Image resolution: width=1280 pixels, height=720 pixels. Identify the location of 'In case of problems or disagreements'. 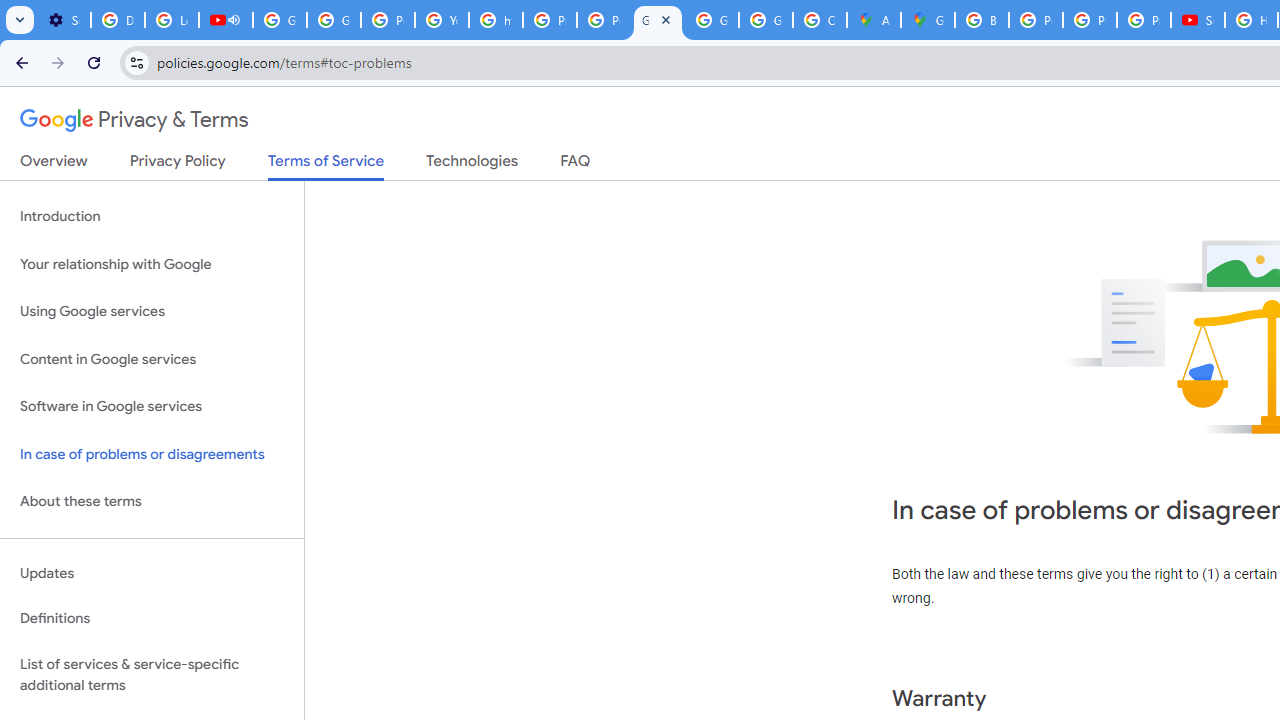
(151, 454).